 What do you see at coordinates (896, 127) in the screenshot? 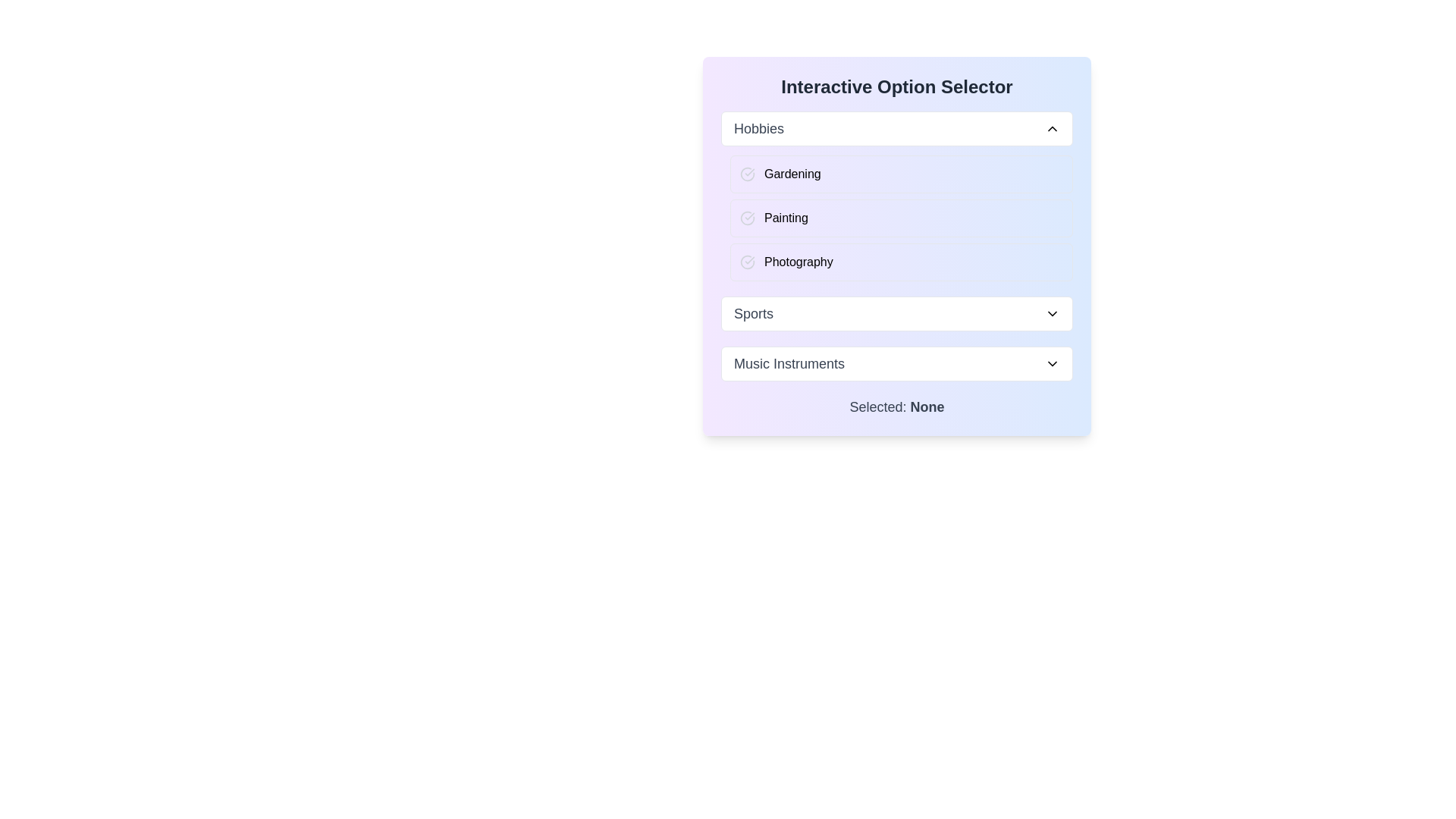
I see `the dropdown menu trigger for hobbies selection by navigating through tabbing` at bounding box center [896, 127].